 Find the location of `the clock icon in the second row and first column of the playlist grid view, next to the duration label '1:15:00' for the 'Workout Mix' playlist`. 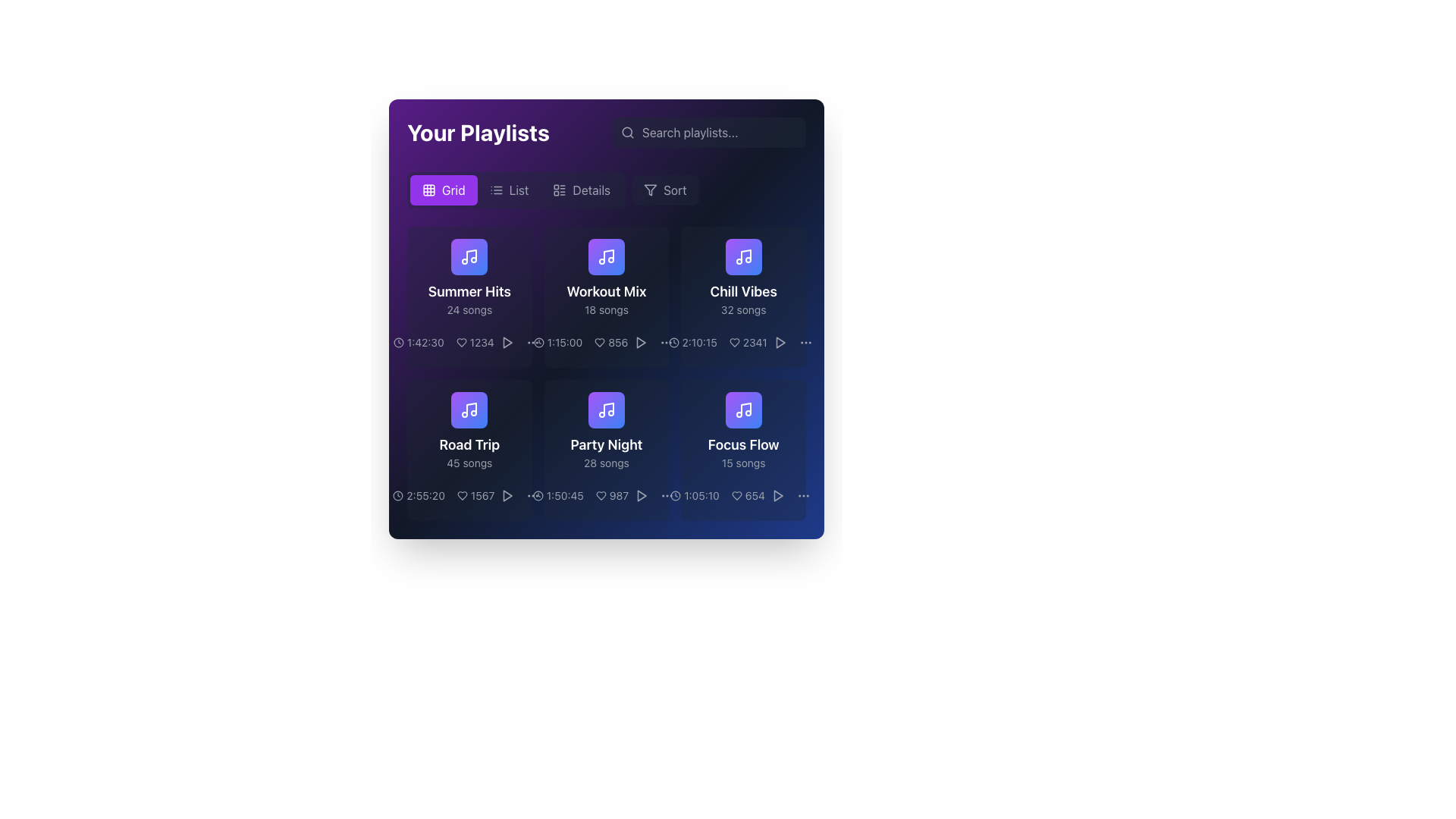

the clock icon in the second row and first column of the playlist grid view, next to the duration label '1:15:00' for the 'Workout Mix' playlist is located at coordinates (538, 342).